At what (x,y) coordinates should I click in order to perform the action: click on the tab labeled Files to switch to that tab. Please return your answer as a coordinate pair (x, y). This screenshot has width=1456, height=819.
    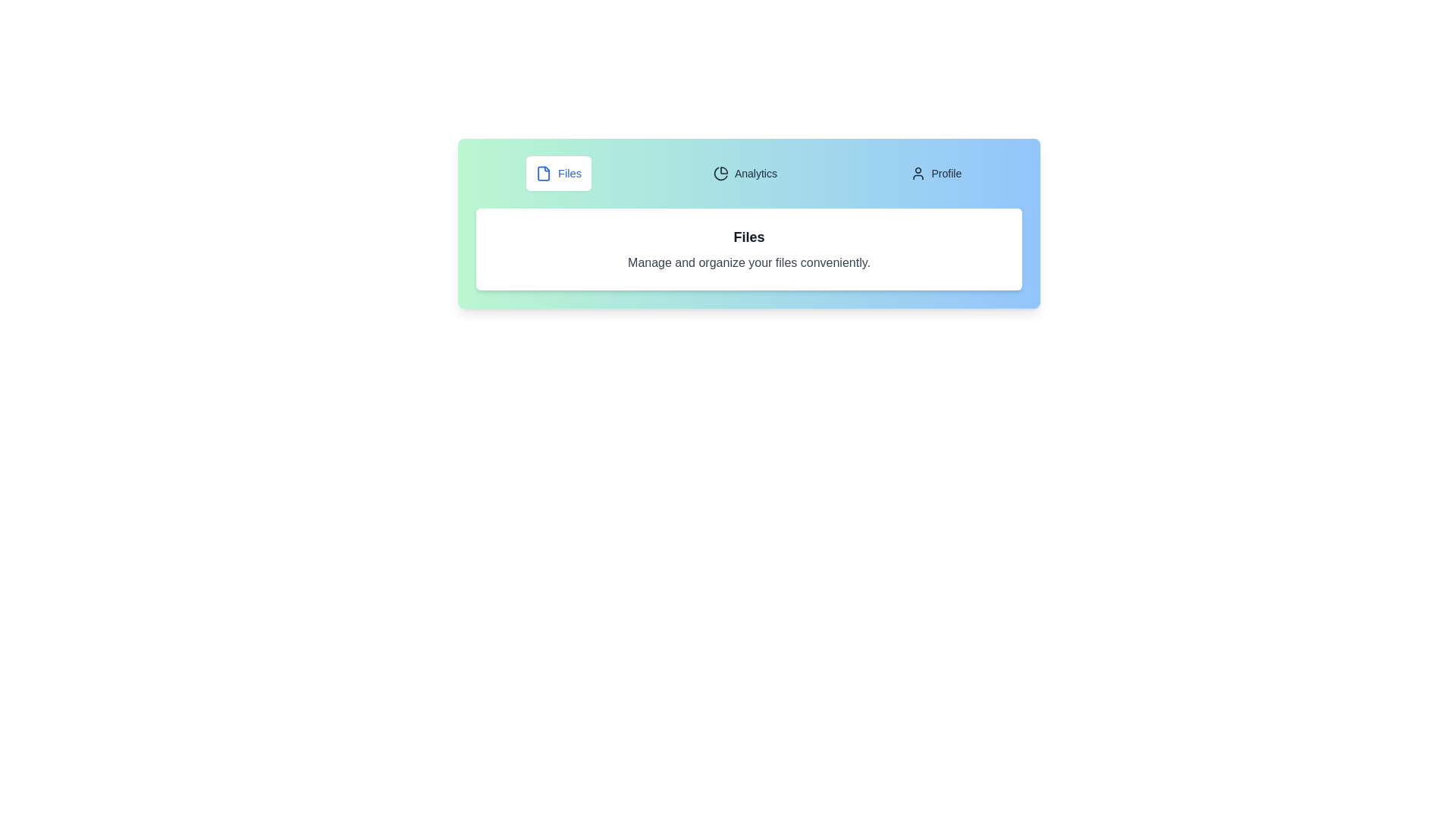
    Looking at the image, I should click on (557, 172).